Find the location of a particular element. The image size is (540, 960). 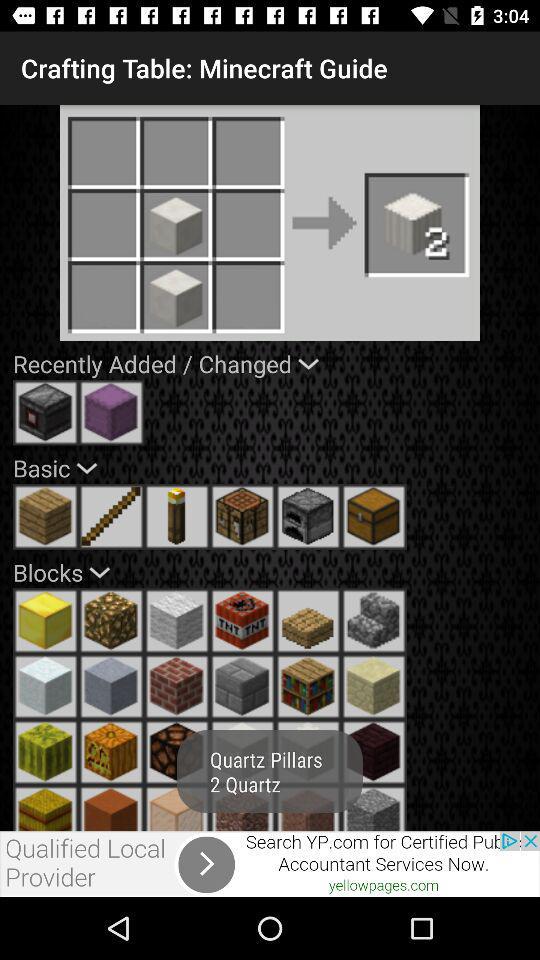

quartz pillars is located at coordinates (374, 620).